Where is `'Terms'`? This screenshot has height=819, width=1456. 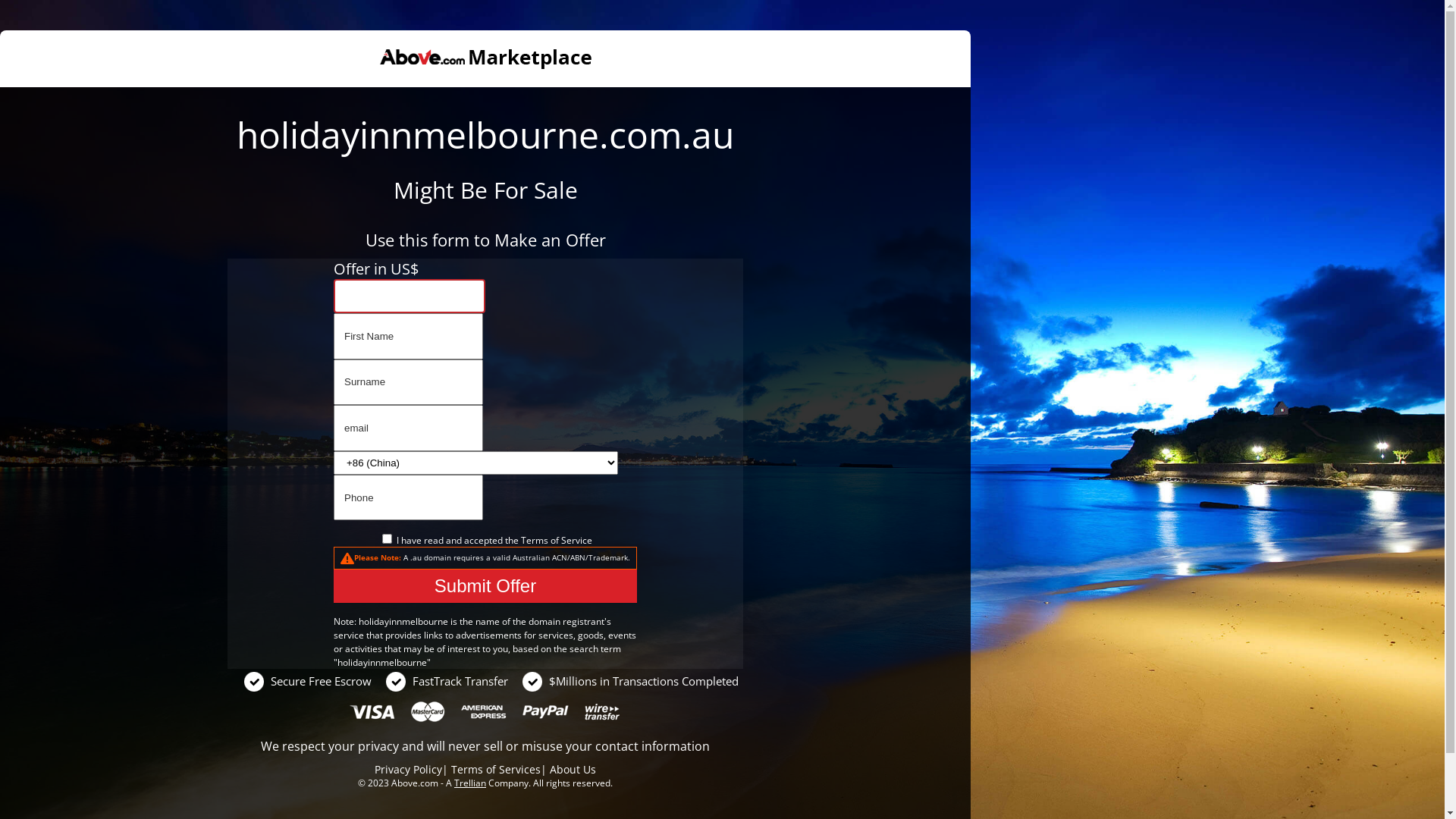 'Terms' is located at coordinates (534, 539).